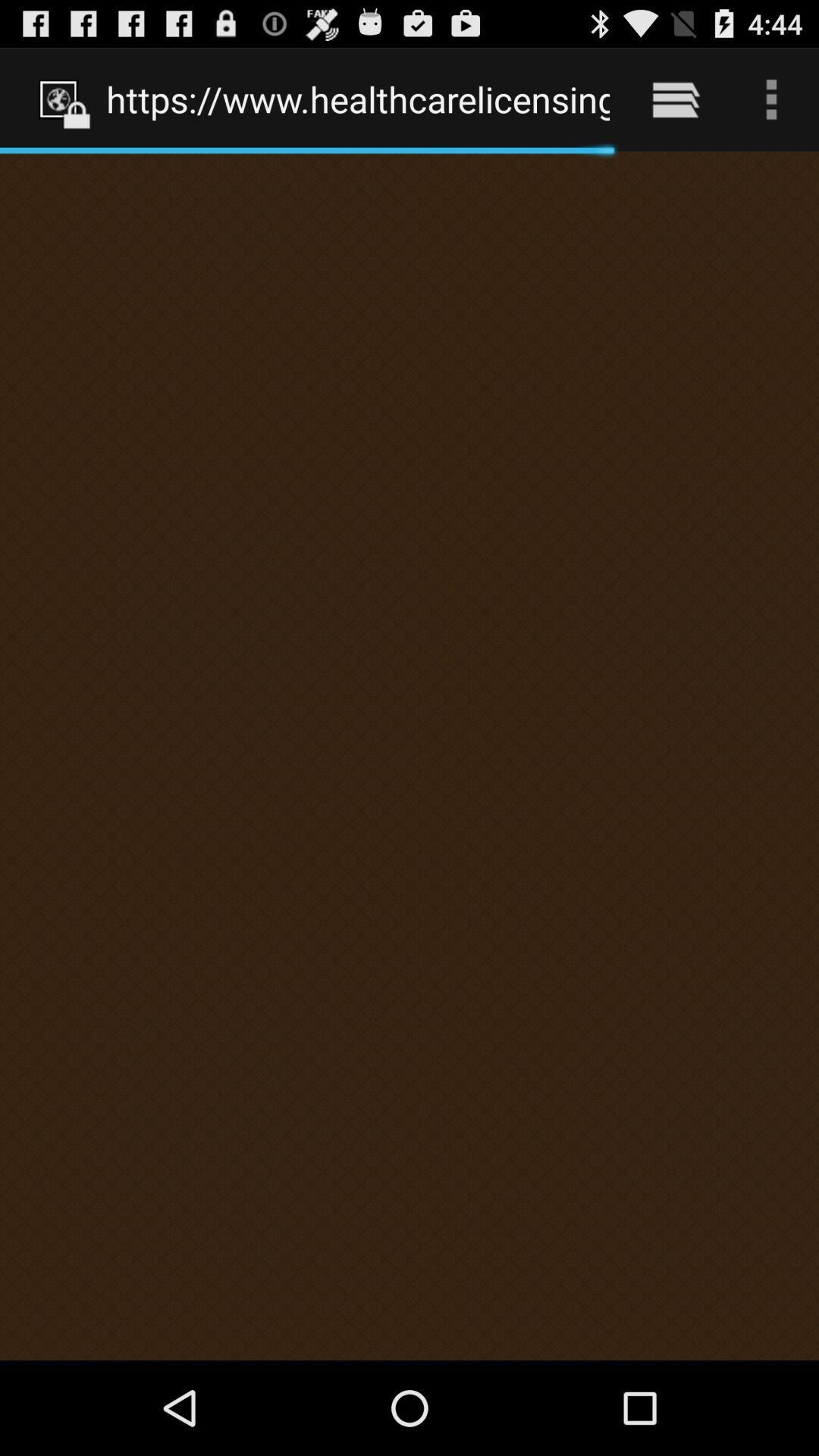 The width and height of the screenshot is (819, 1456). Describe the element at coordinates (358, 99) in the screenshot. I see `the https www healthcarelicensing item` at that location.